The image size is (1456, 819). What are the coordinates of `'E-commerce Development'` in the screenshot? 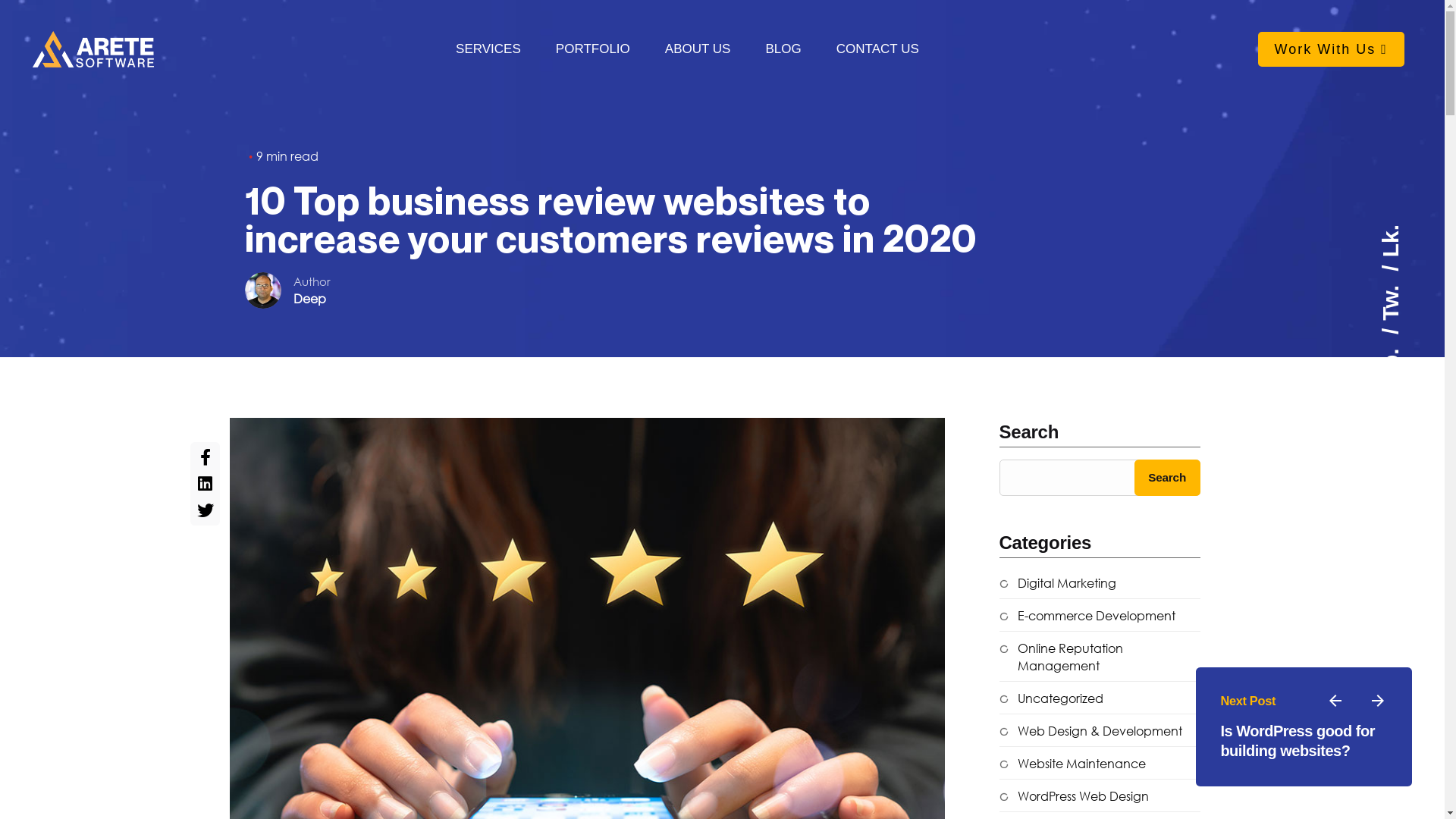 It's located at (1087, 616).